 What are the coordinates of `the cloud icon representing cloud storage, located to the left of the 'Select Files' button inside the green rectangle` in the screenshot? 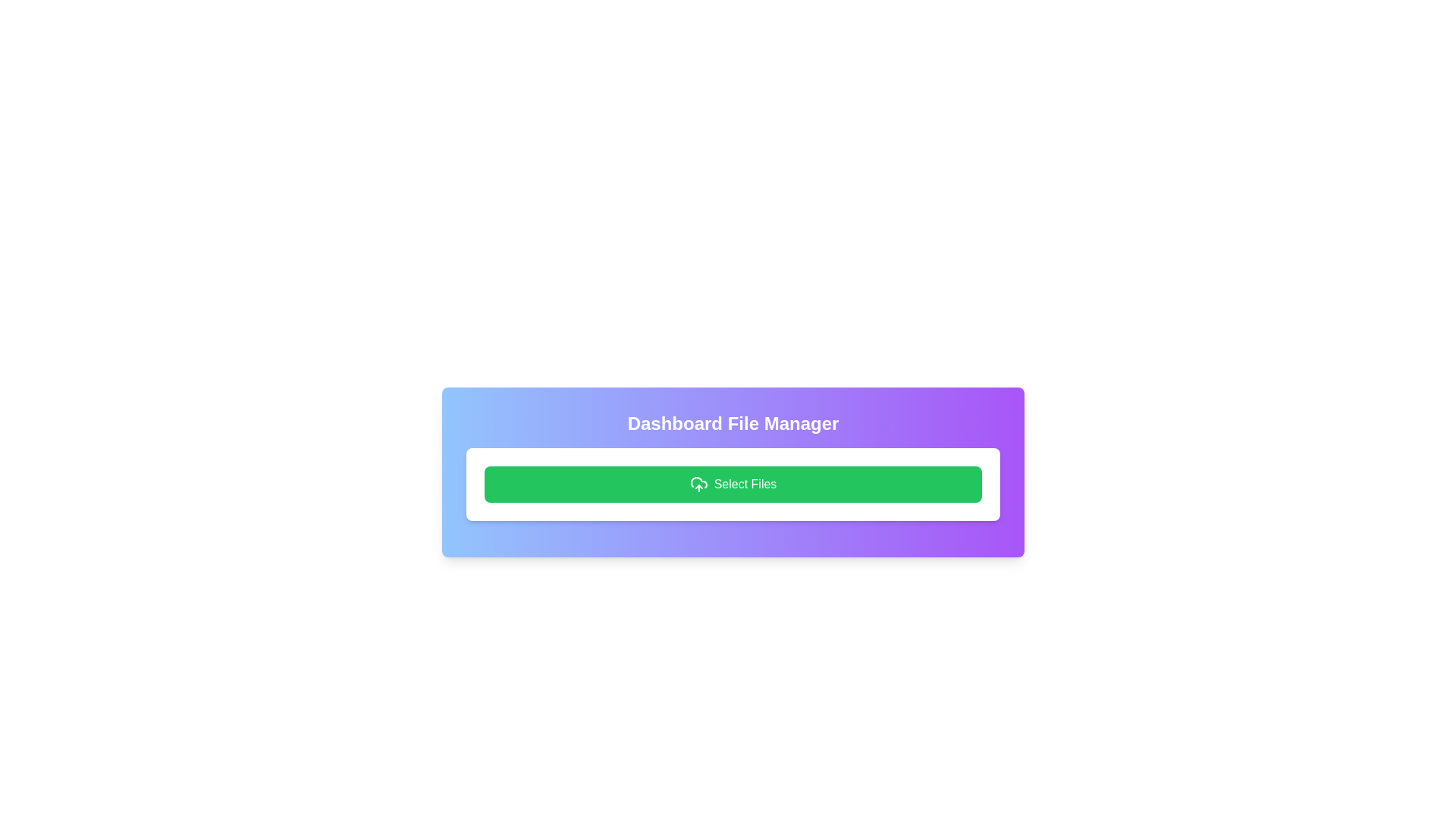 It's located at (698, 482).